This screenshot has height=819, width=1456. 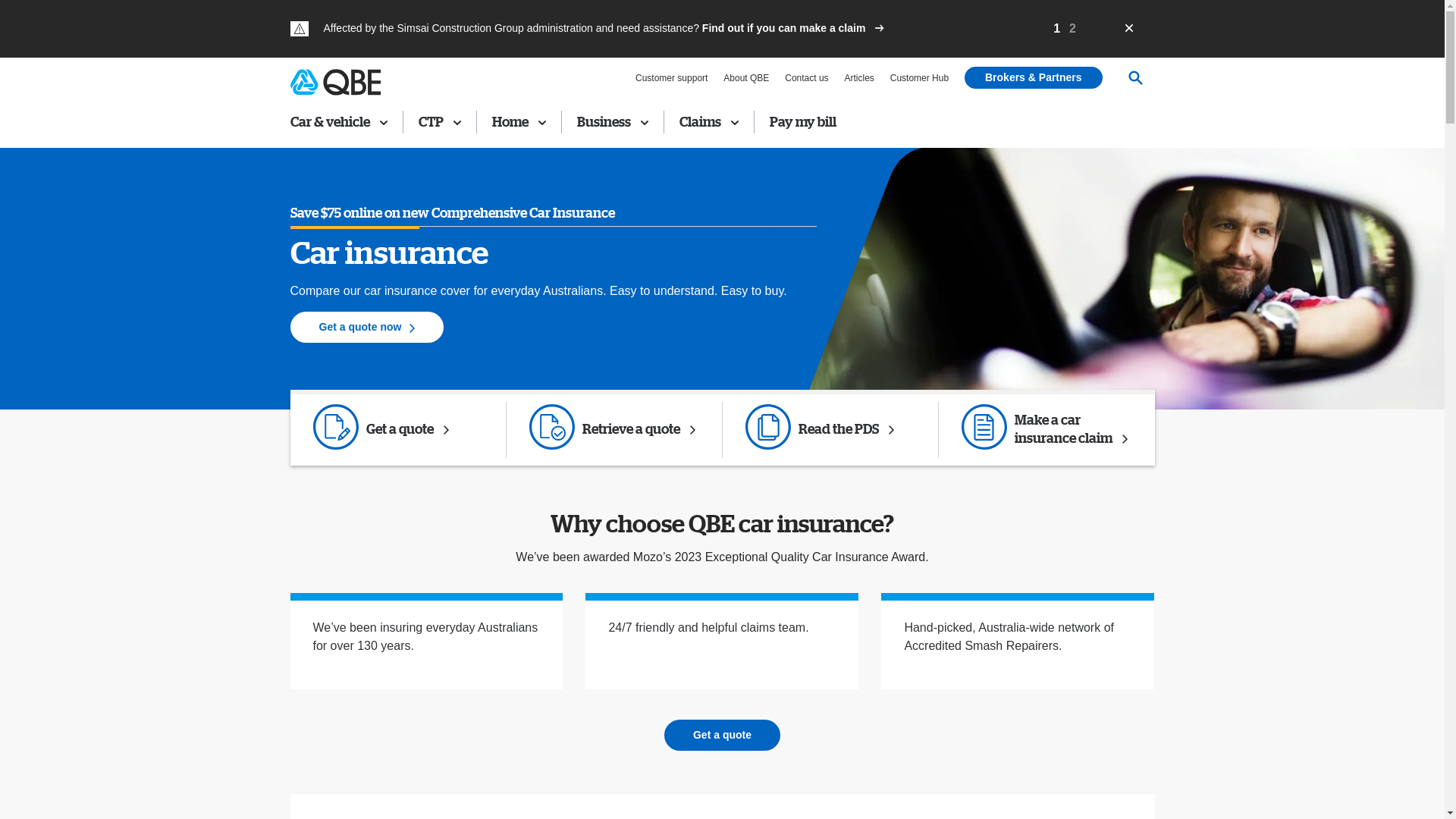 What do you see at coordinates (670, 78) in the screenshot?
I see `'Customer support'` at bounding box center [670, 78].